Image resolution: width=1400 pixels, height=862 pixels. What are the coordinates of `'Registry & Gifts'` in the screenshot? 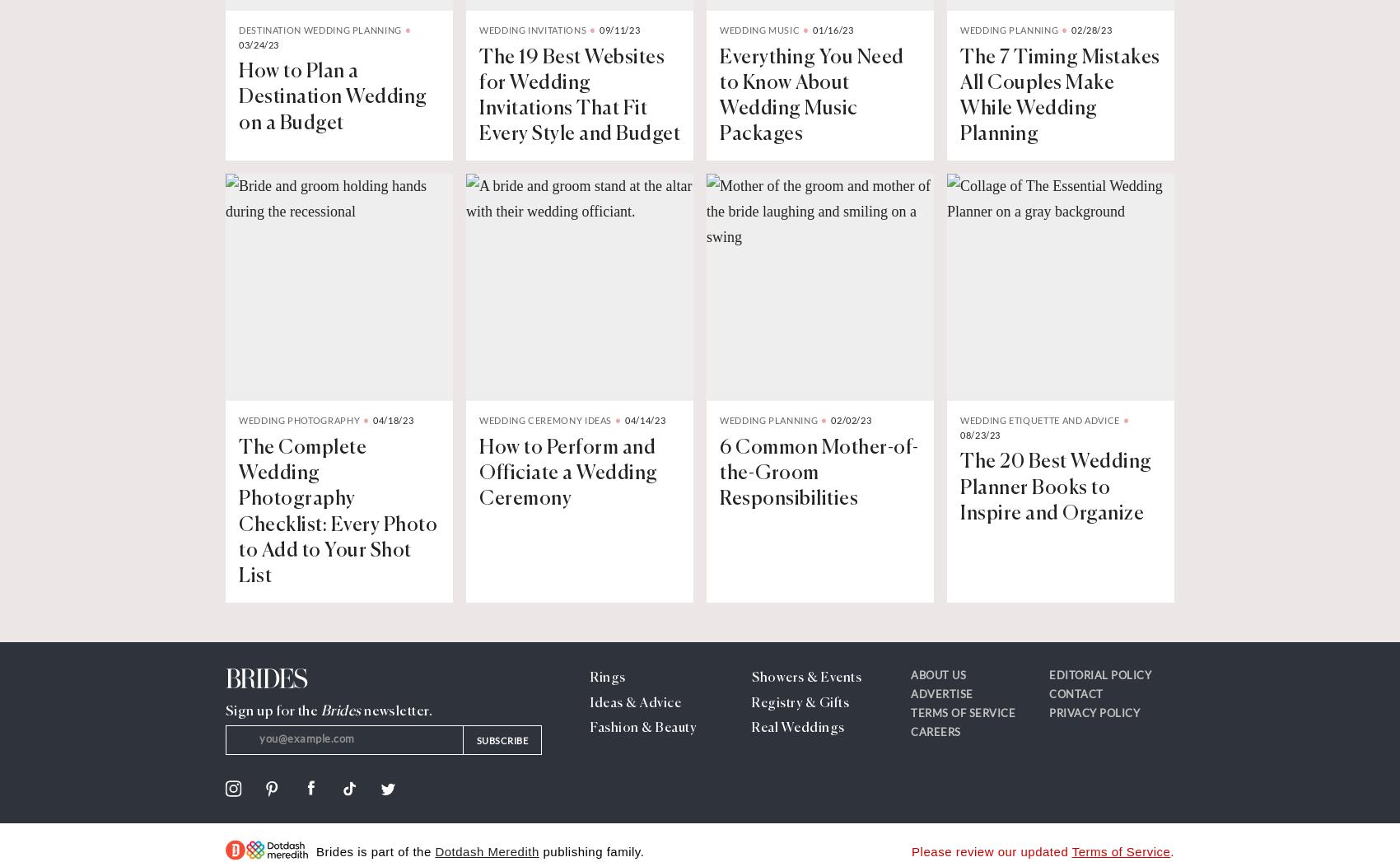 It's located at (752, 703).